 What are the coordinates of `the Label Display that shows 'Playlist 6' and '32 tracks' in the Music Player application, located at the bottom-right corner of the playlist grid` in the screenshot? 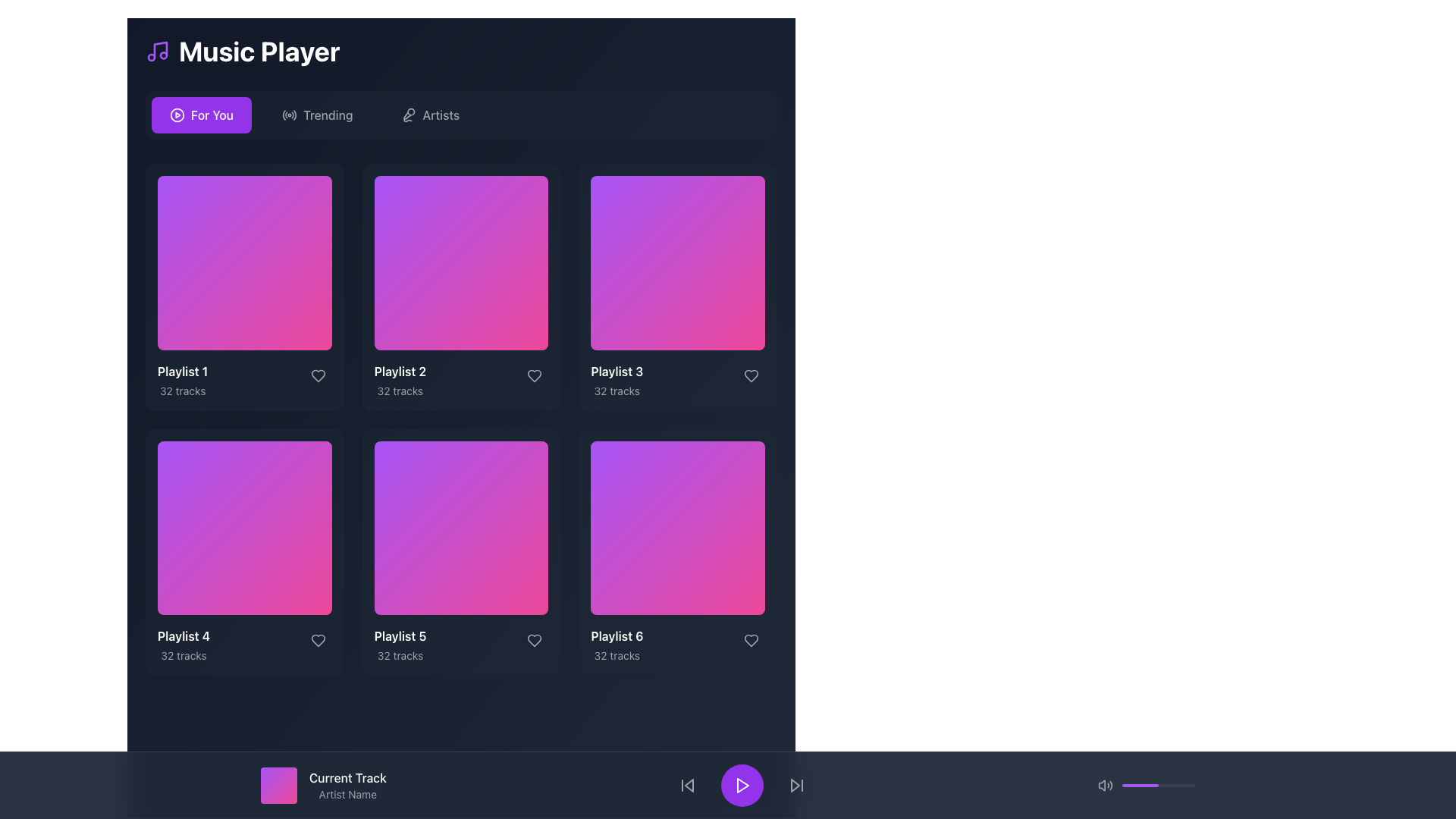 It's located at (617, 645).